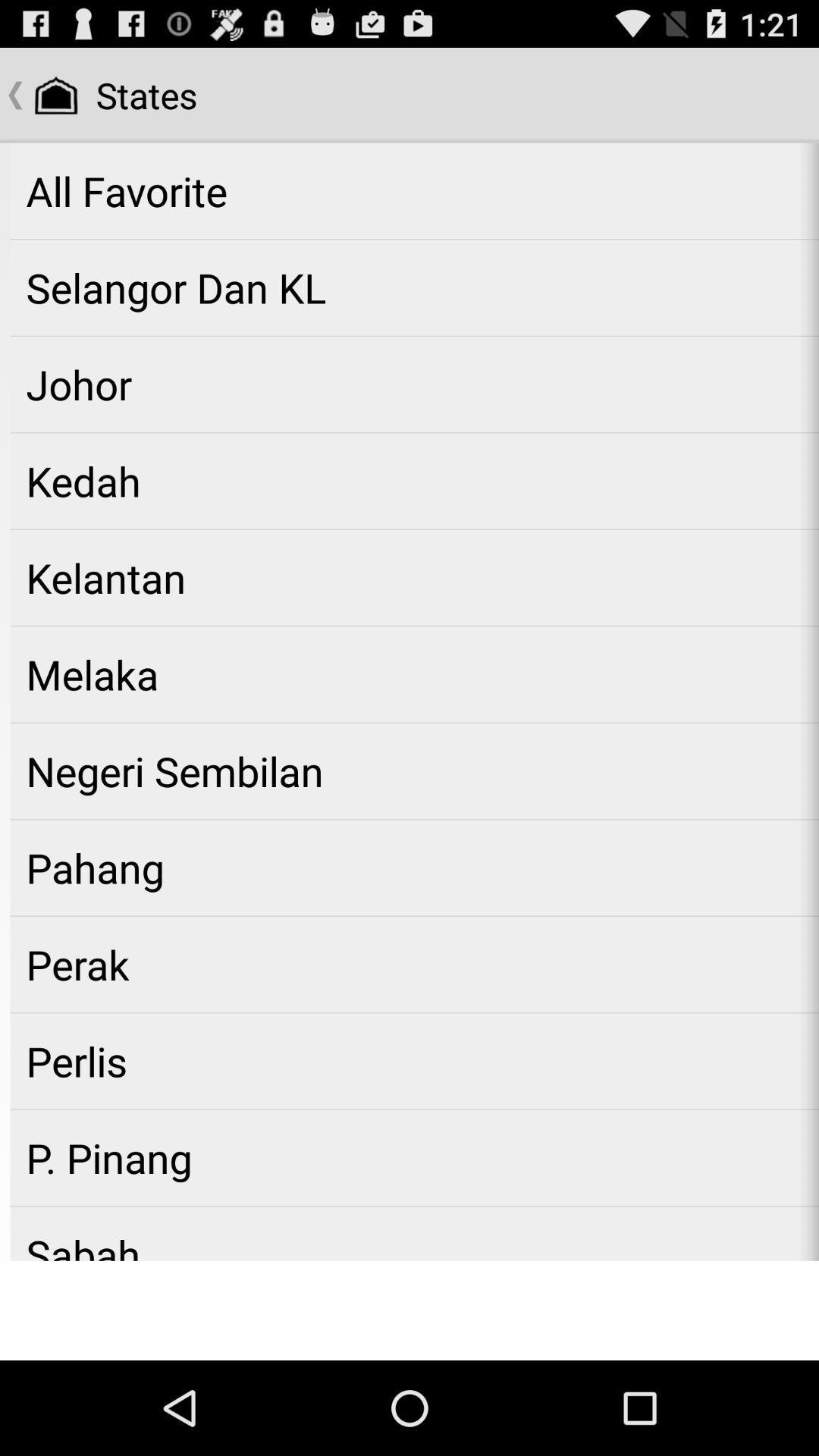 The image size is (819, 1456). What do you see at coordinates (414, 1234) in the screenshot?
I see `icon below p. pinang` at bounding box center [414, 1234].